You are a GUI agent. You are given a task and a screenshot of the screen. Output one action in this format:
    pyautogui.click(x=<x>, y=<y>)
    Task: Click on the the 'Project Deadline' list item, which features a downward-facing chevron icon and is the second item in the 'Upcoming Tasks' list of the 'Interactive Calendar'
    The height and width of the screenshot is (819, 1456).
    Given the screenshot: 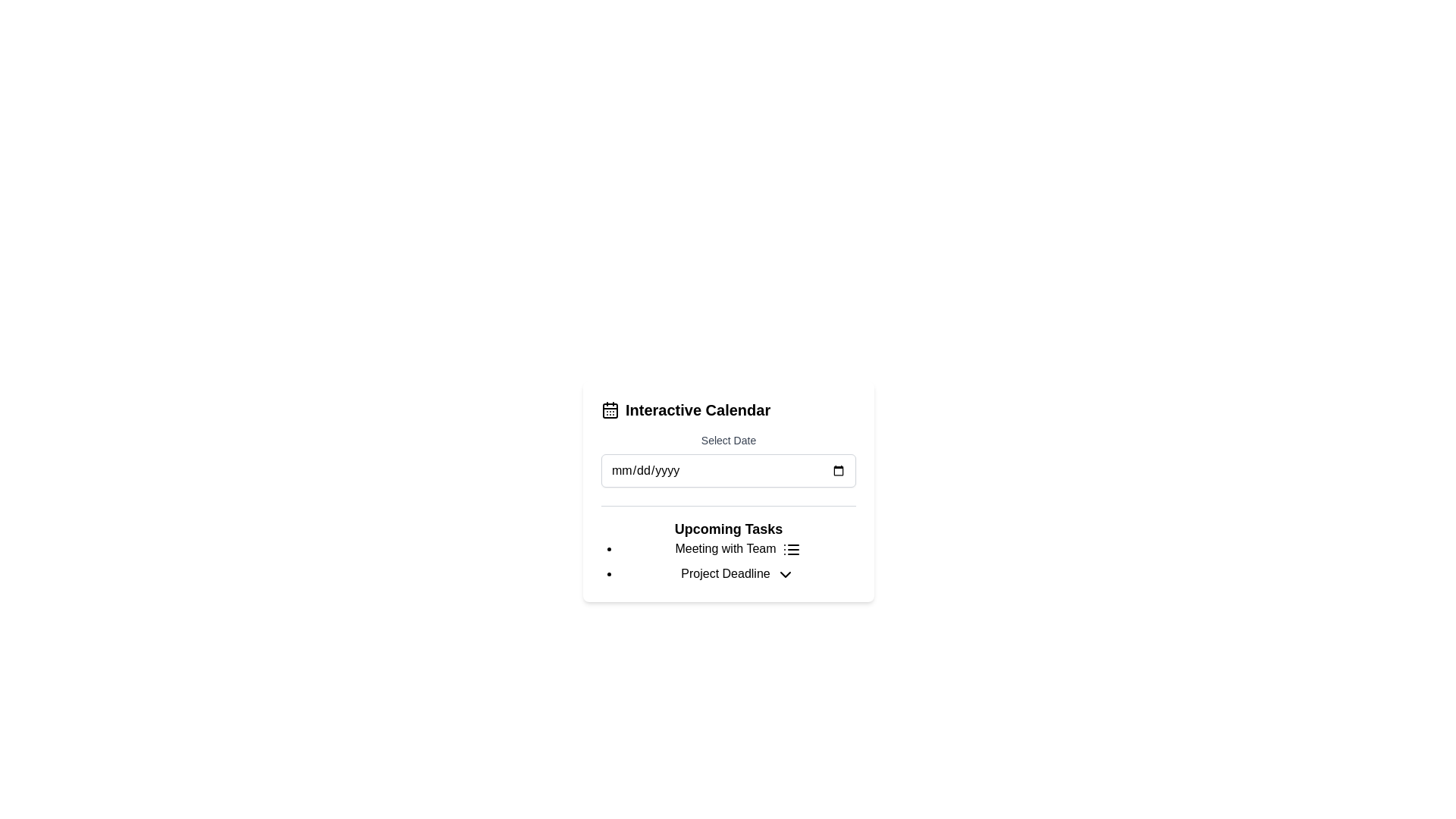 What is the action you would take?
    pyautogui.click(x=738, y=573)
    